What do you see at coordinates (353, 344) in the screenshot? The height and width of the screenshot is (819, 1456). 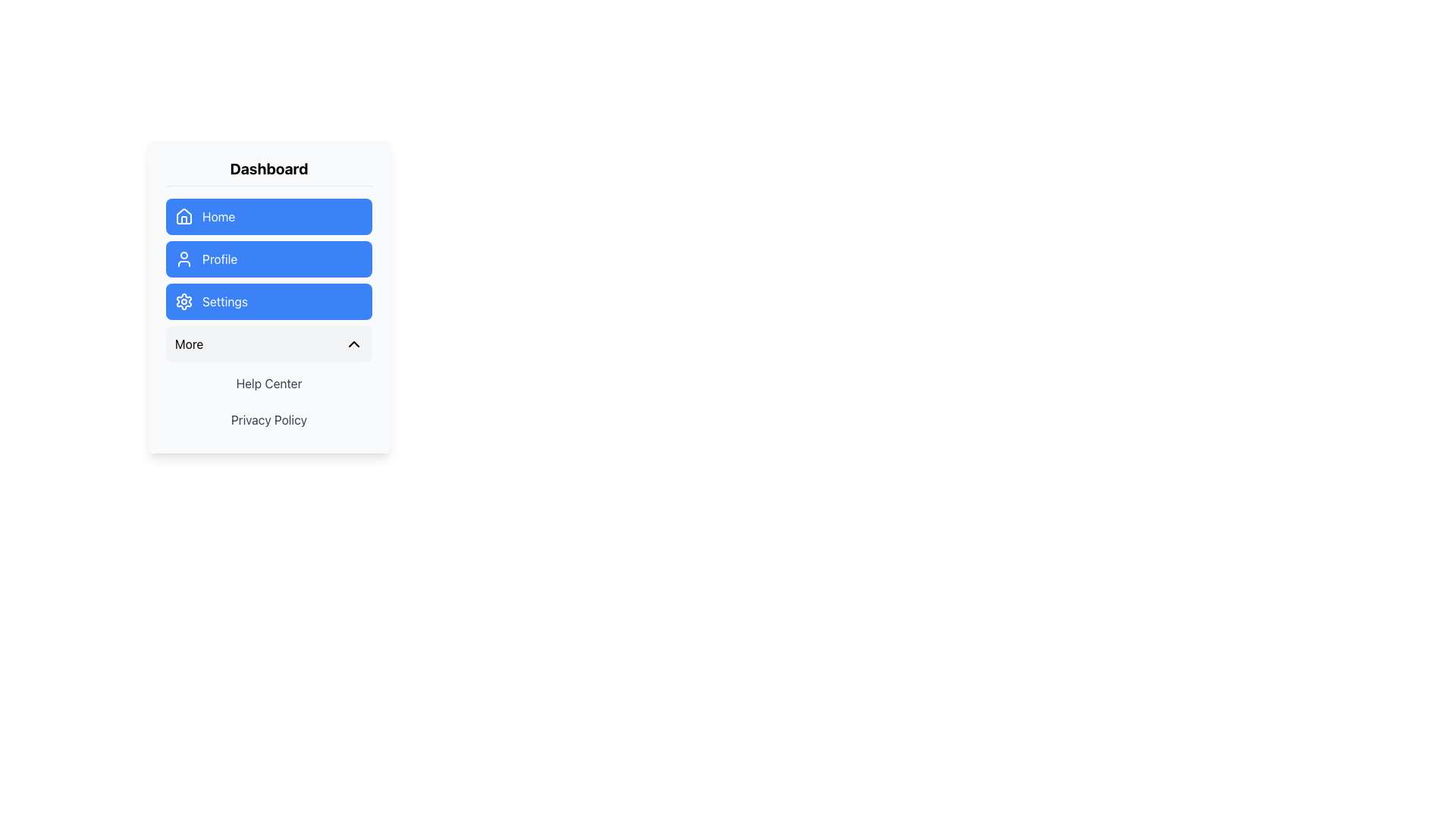 I see `the upward direction icon located at the far right of the 'More' button in the menu section` at bounding box center [353, 344].